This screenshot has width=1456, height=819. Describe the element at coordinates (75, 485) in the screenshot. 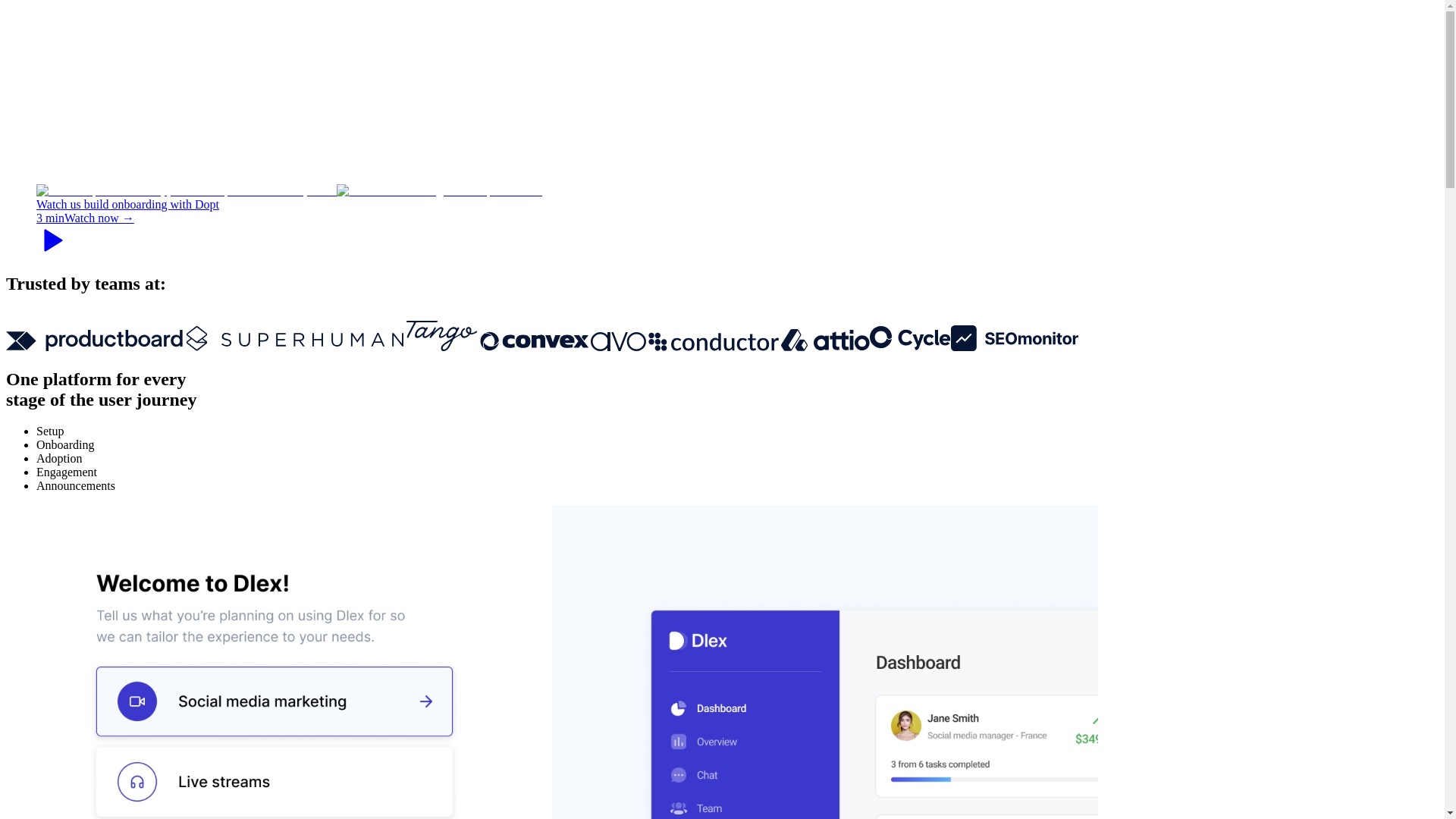

I see `'Announcements'` at that location.